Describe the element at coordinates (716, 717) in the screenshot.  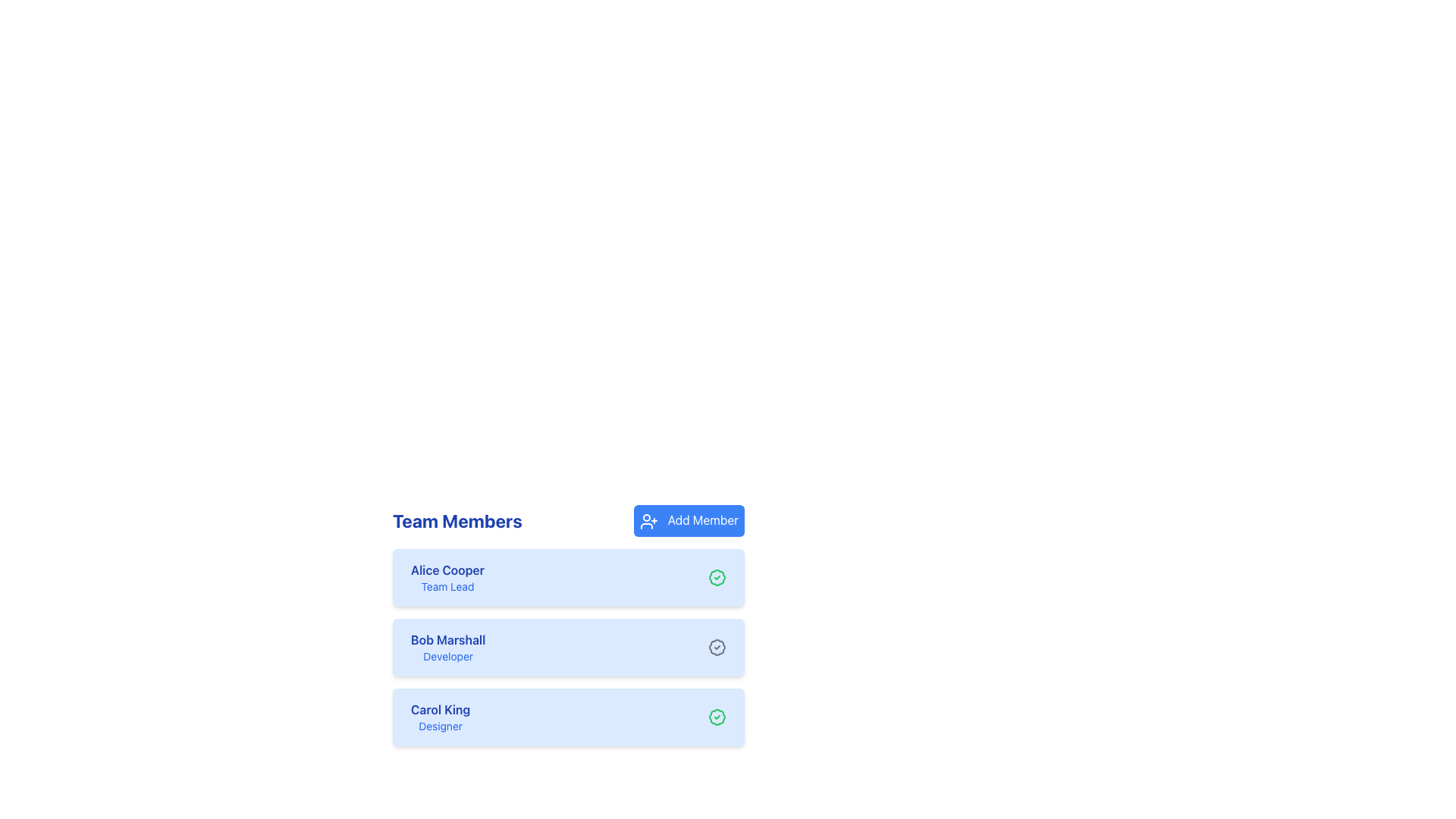
I see `the status icon for team member Carol King, Designer, located in the third row of the 'Team Members' section` at that location.